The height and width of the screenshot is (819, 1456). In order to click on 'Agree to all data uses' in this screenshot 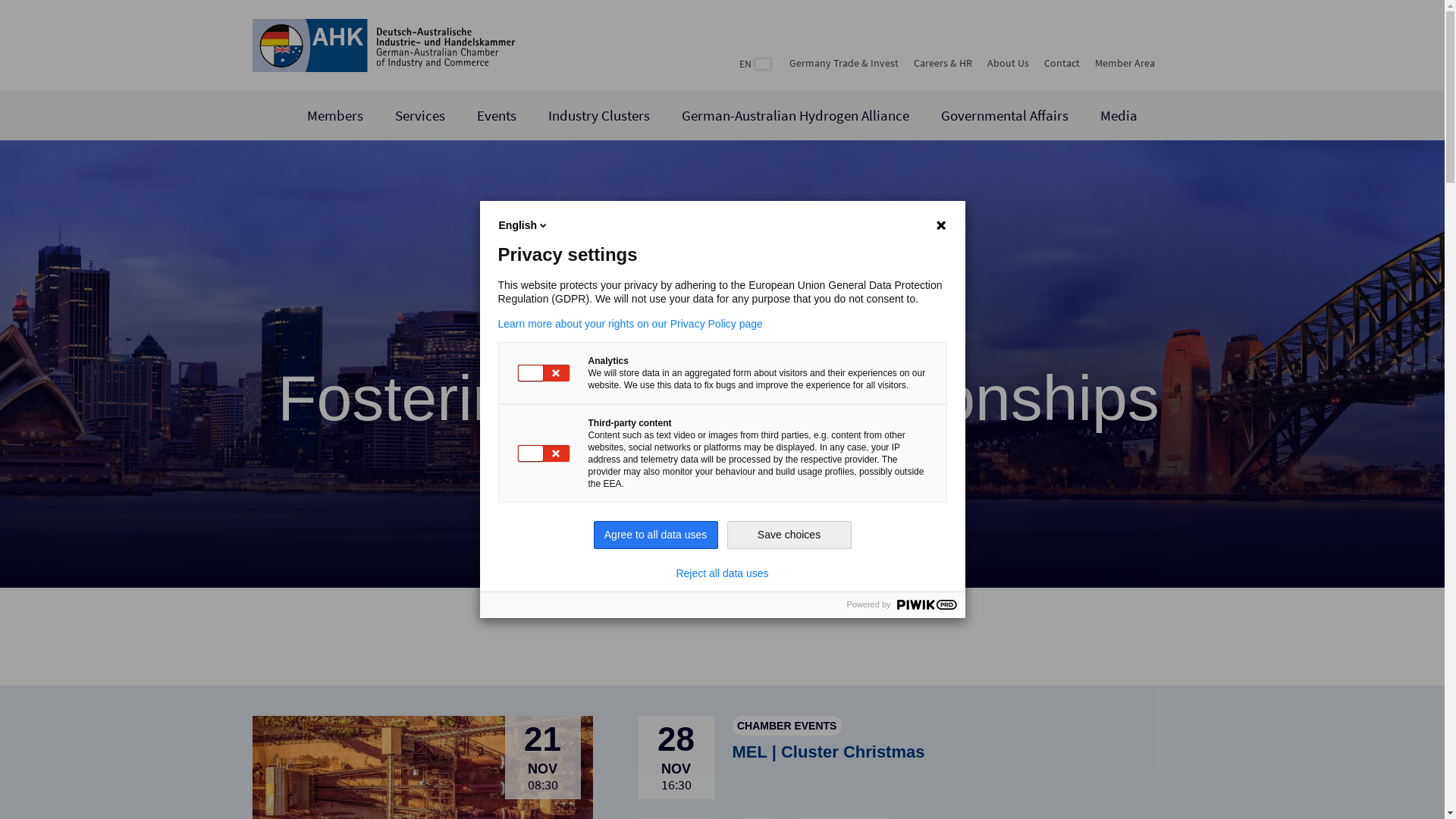, I will do `click(592, 534)`.